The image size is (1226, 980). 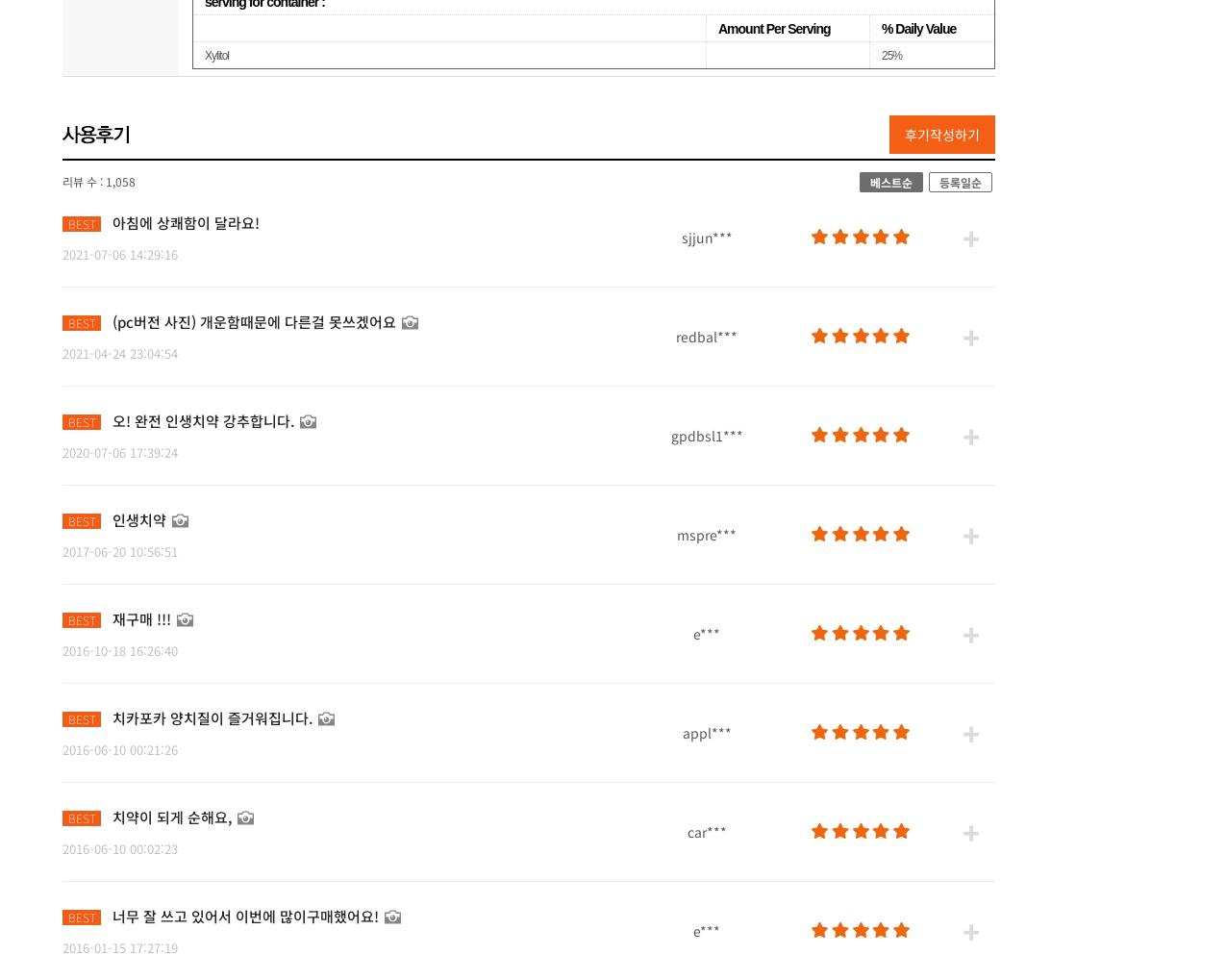 What do you see at coordinates (881, 55) in the screenshot?
I see `'25%'` at bounding box center [881, 55].